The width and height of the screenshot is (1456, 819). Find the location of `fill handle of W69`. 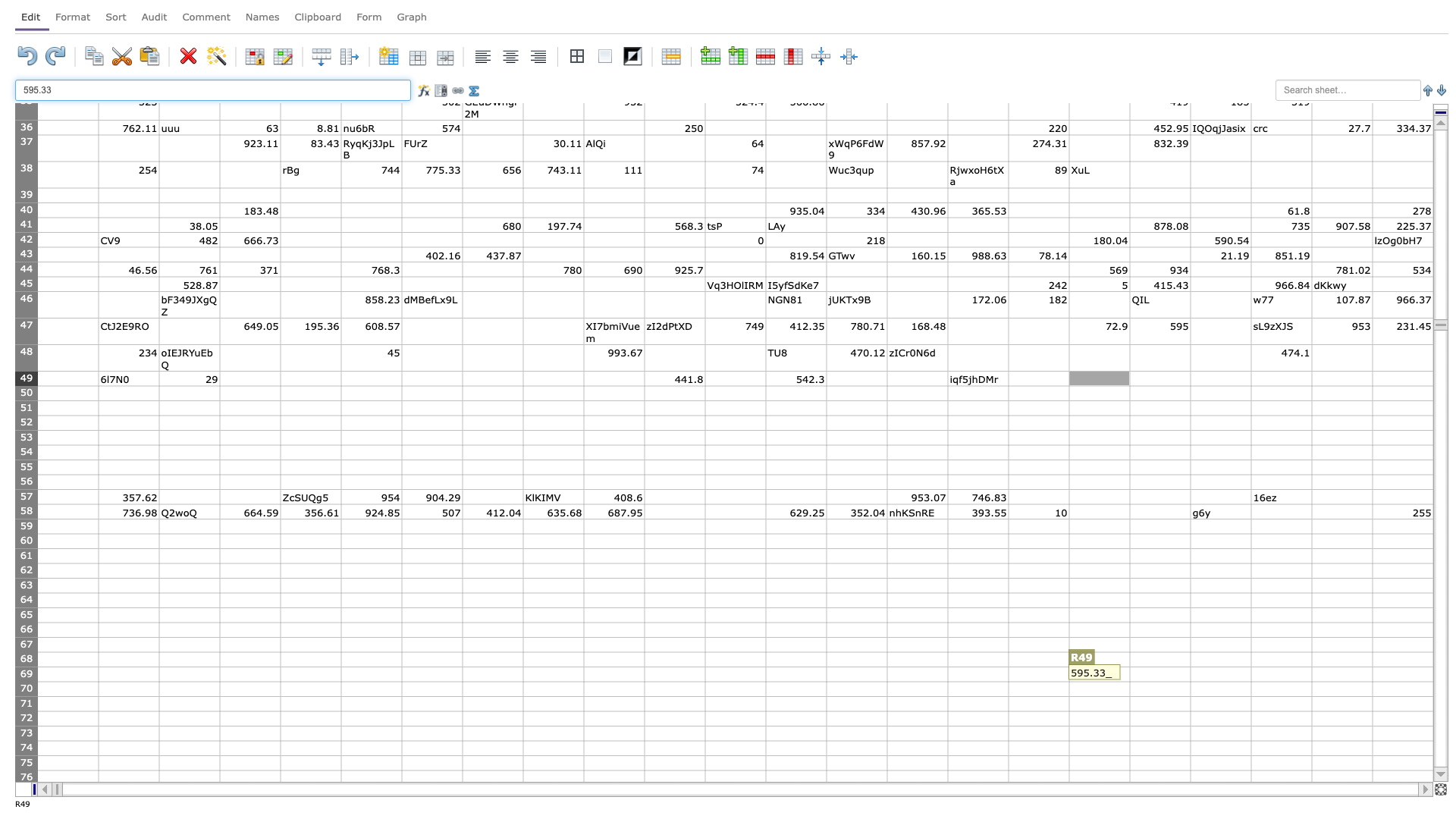

fill handle of W69 is located at coordinates (1432, 680).